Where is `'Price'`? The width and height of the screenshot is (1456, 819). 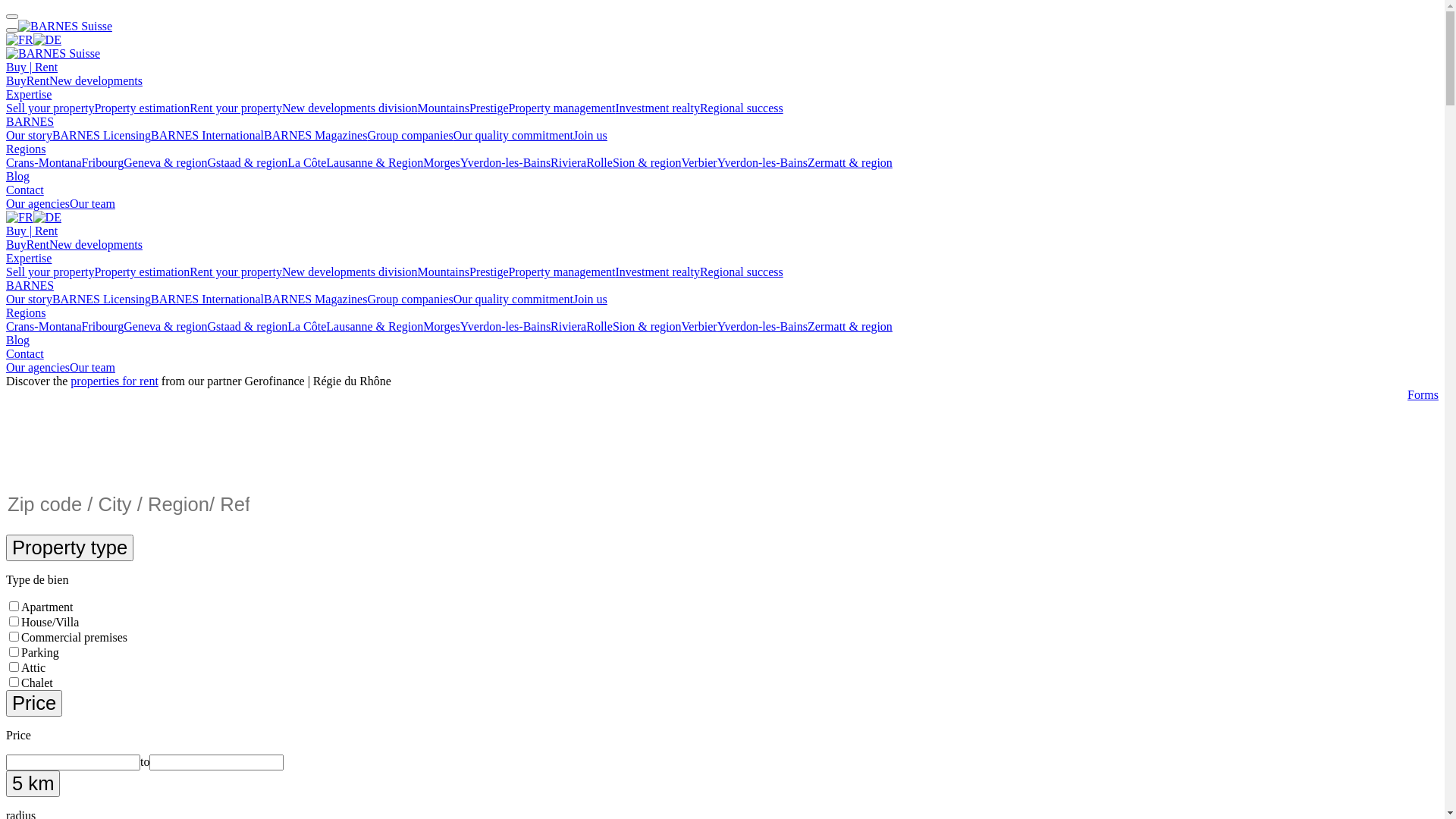
'Price' is located at coordinates (33, 703).